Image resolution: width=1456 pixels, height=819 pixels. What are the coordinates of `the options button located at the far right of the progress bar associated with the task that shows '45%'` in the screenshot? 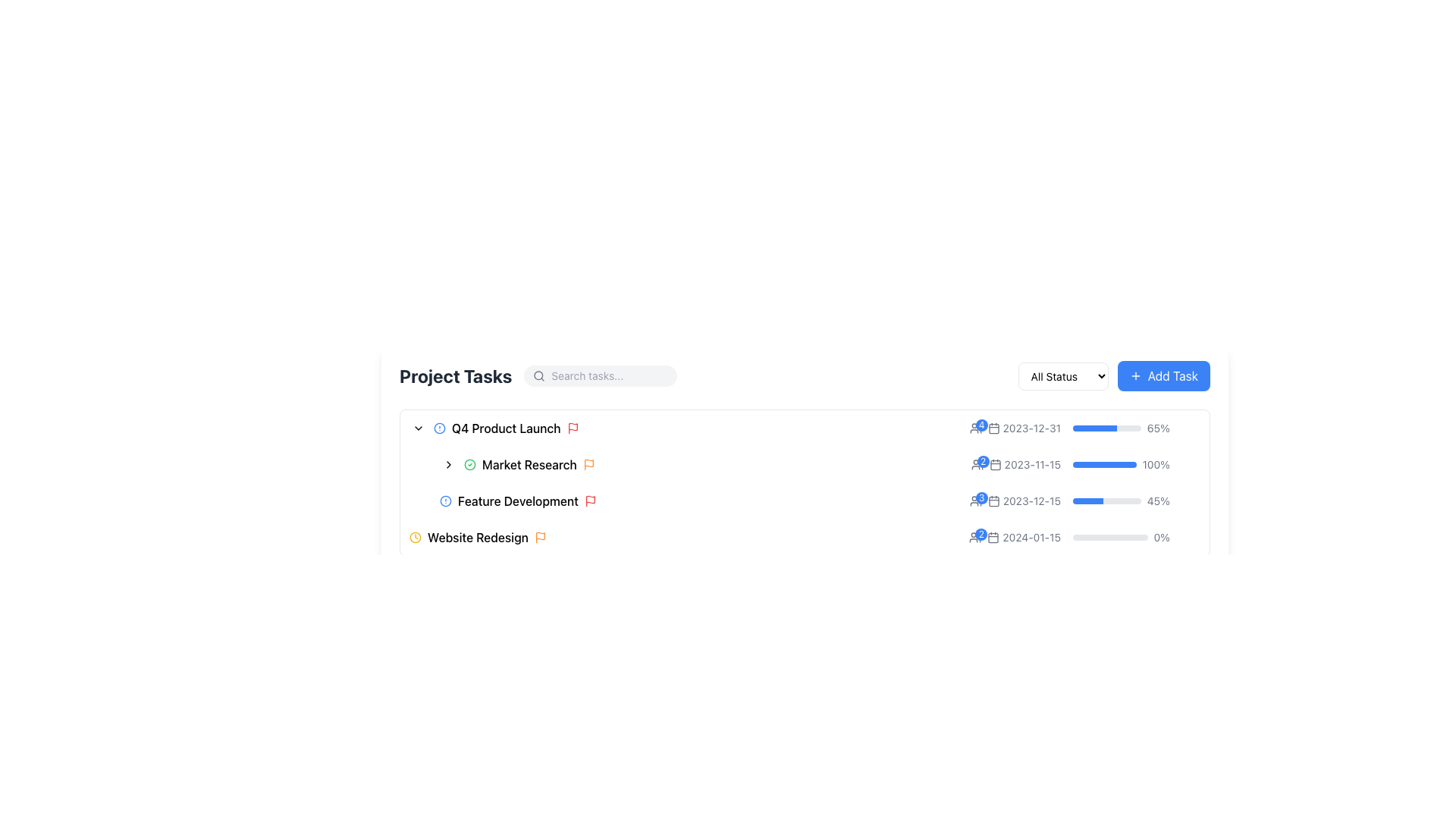 It's located at (1190, 500).